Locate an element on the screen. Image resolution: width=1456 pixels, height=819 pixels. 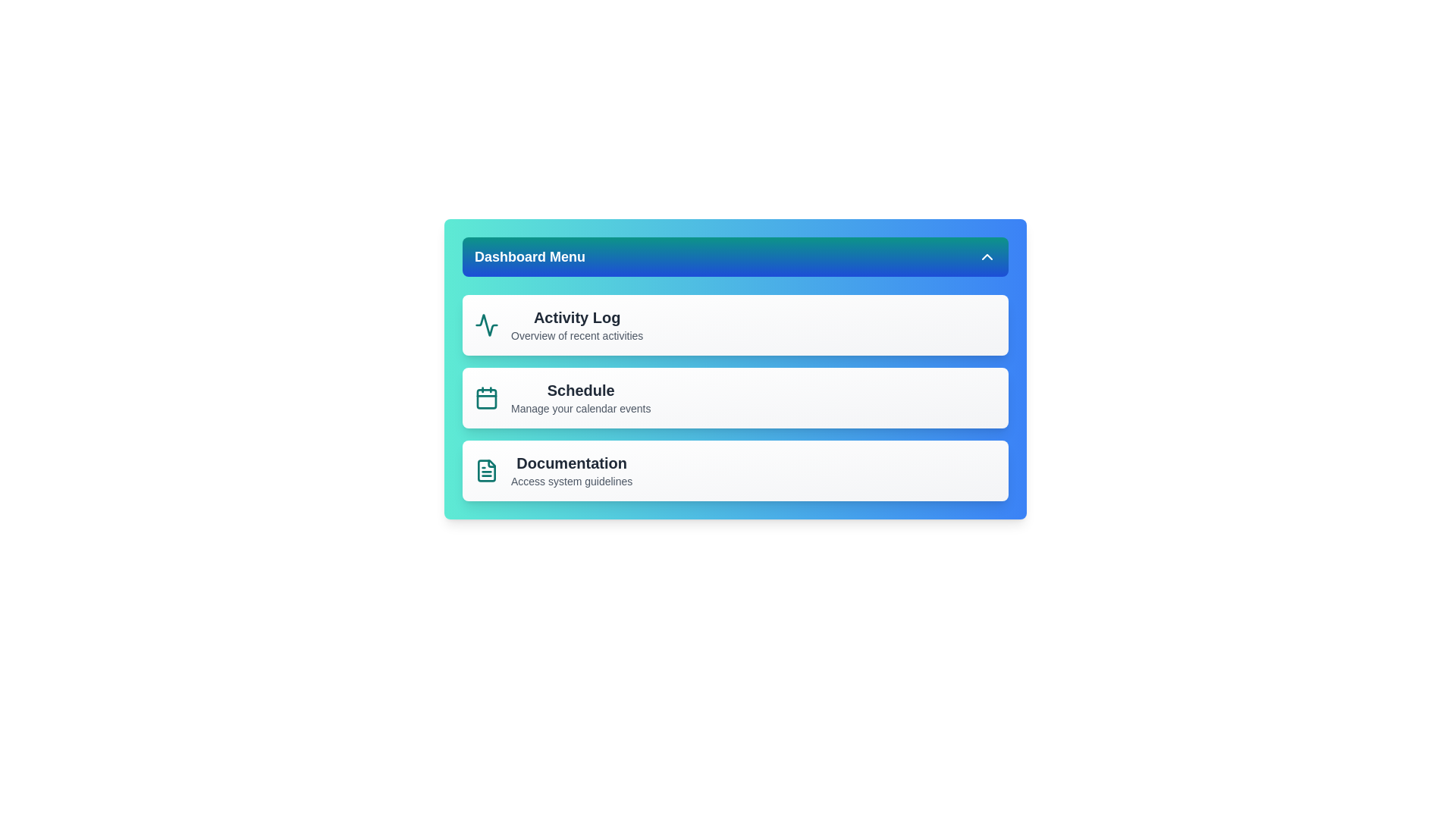
the dashboard item 'Documentation' to select it is located at coordinates (735, 470).